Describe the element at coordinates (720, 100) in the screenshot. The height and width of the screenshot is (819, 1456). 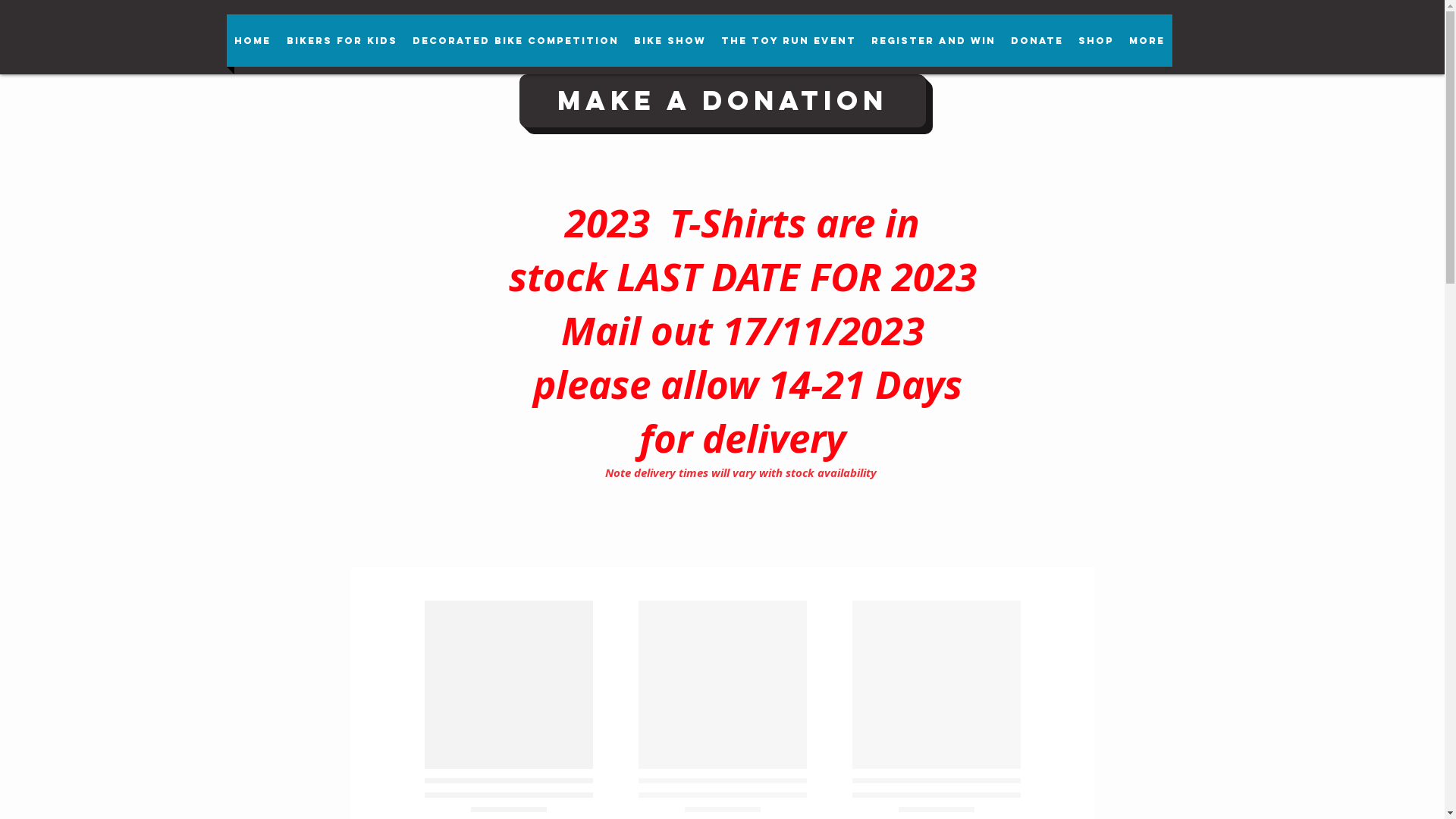
I see `'Make a Donation'` at that location.